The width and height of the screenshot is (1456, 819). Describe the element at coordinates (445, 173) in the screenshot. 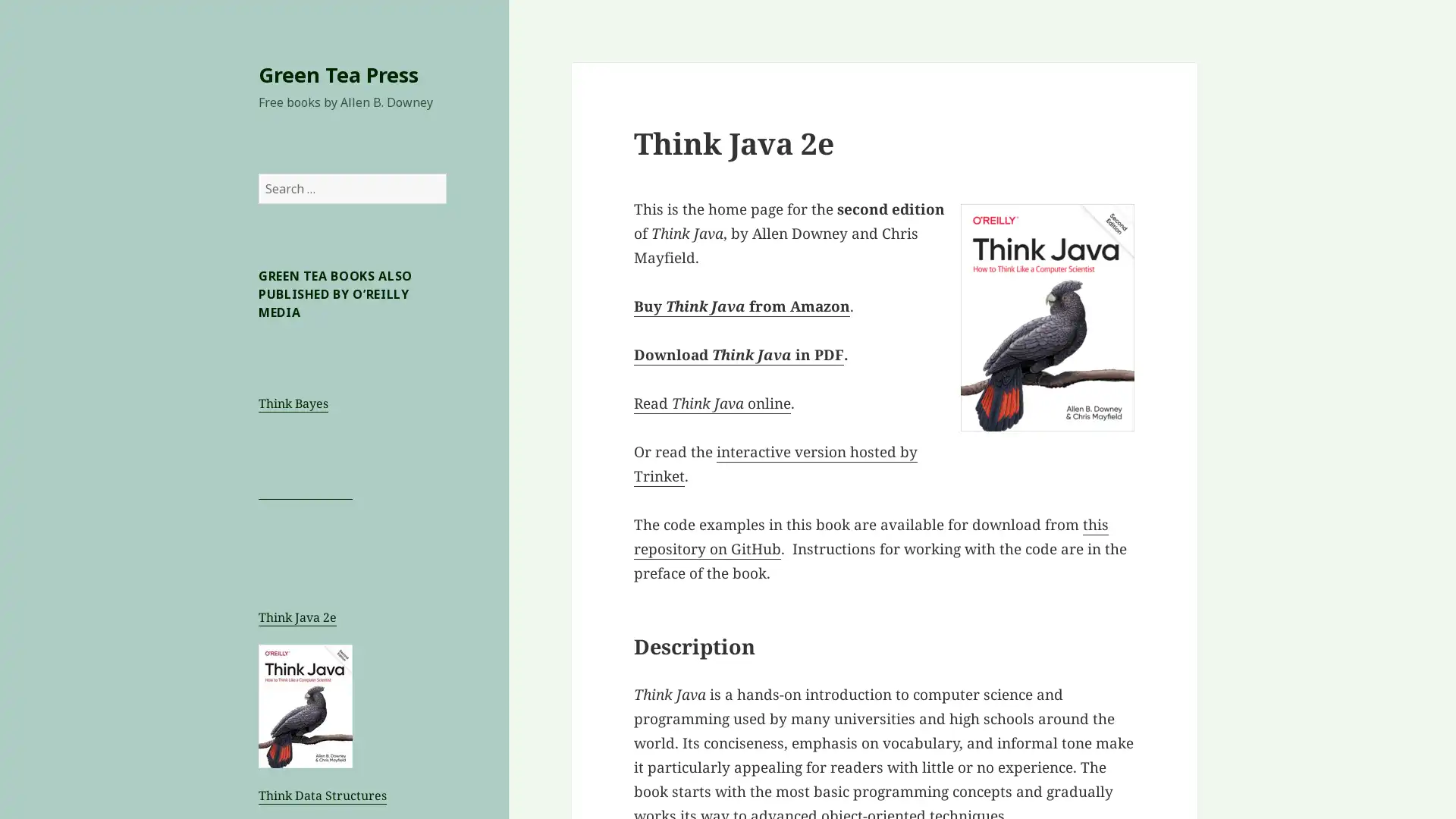

I see `Search` at that location.